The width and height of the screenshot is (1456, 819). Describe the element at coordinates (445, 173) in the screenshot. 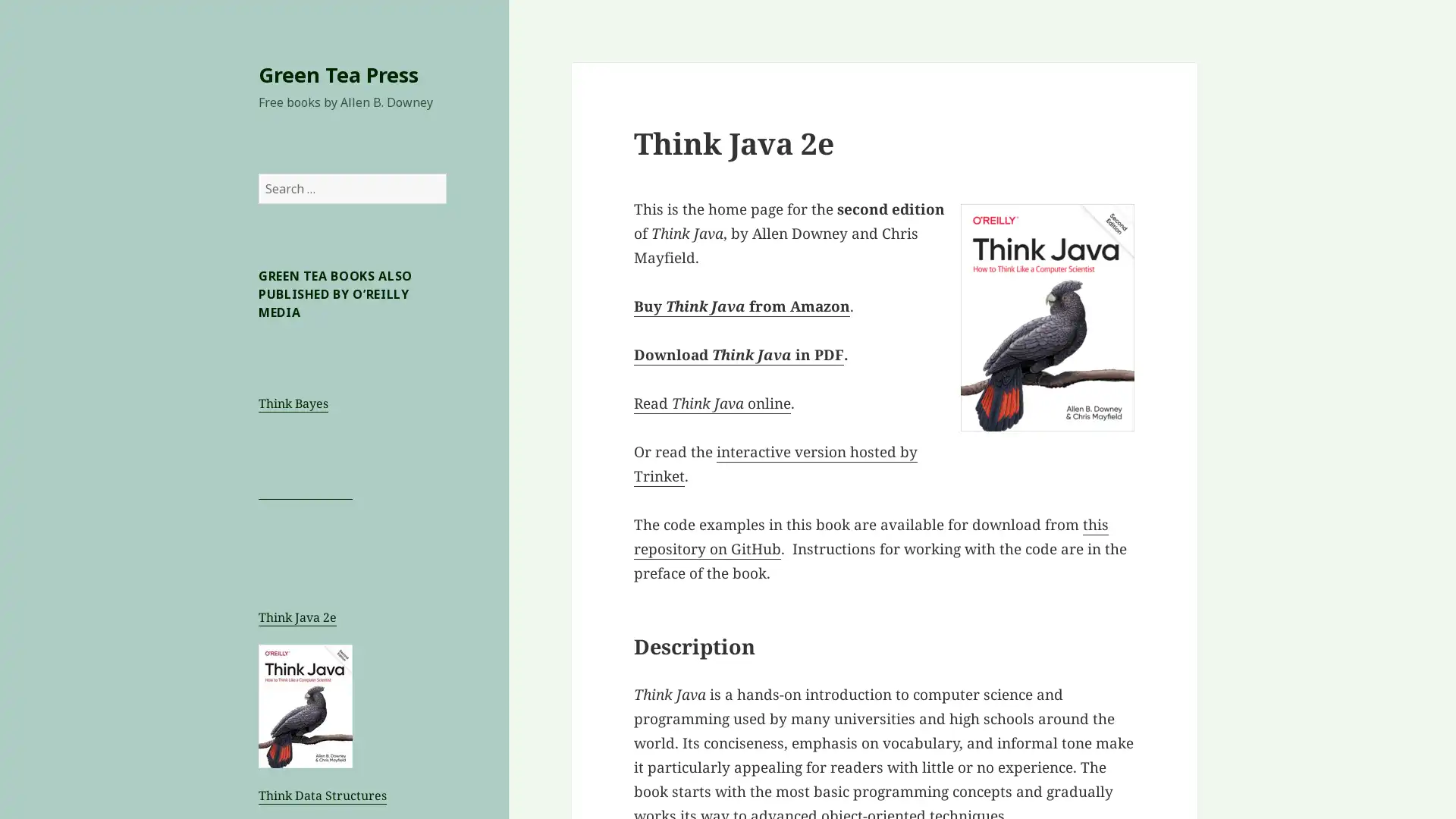

I see `Search` at that location.